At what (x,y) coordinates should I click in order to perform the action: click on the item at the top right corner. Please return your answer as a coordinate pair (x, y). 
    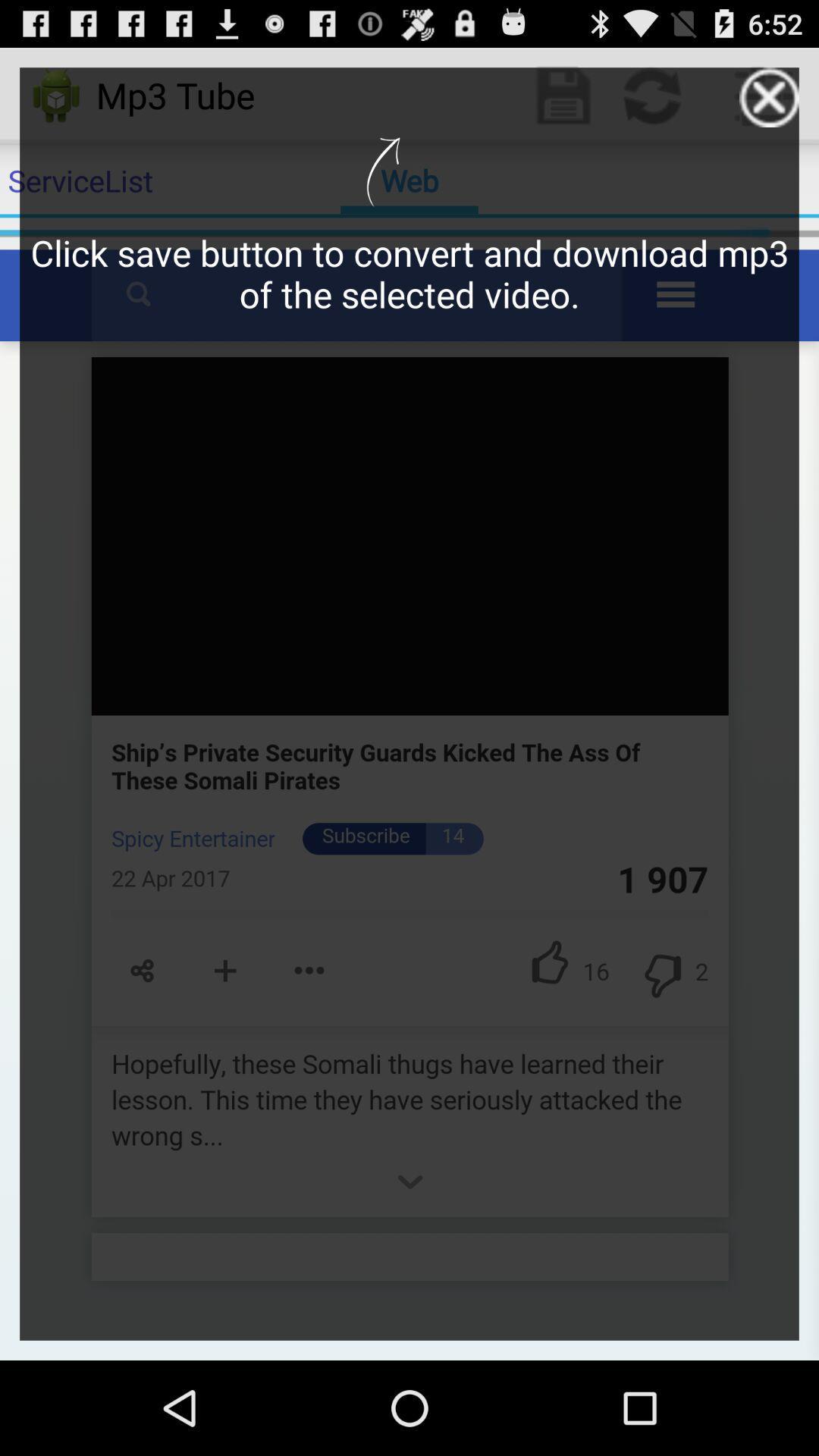
    Looking at the image, I should click on (769, 96).